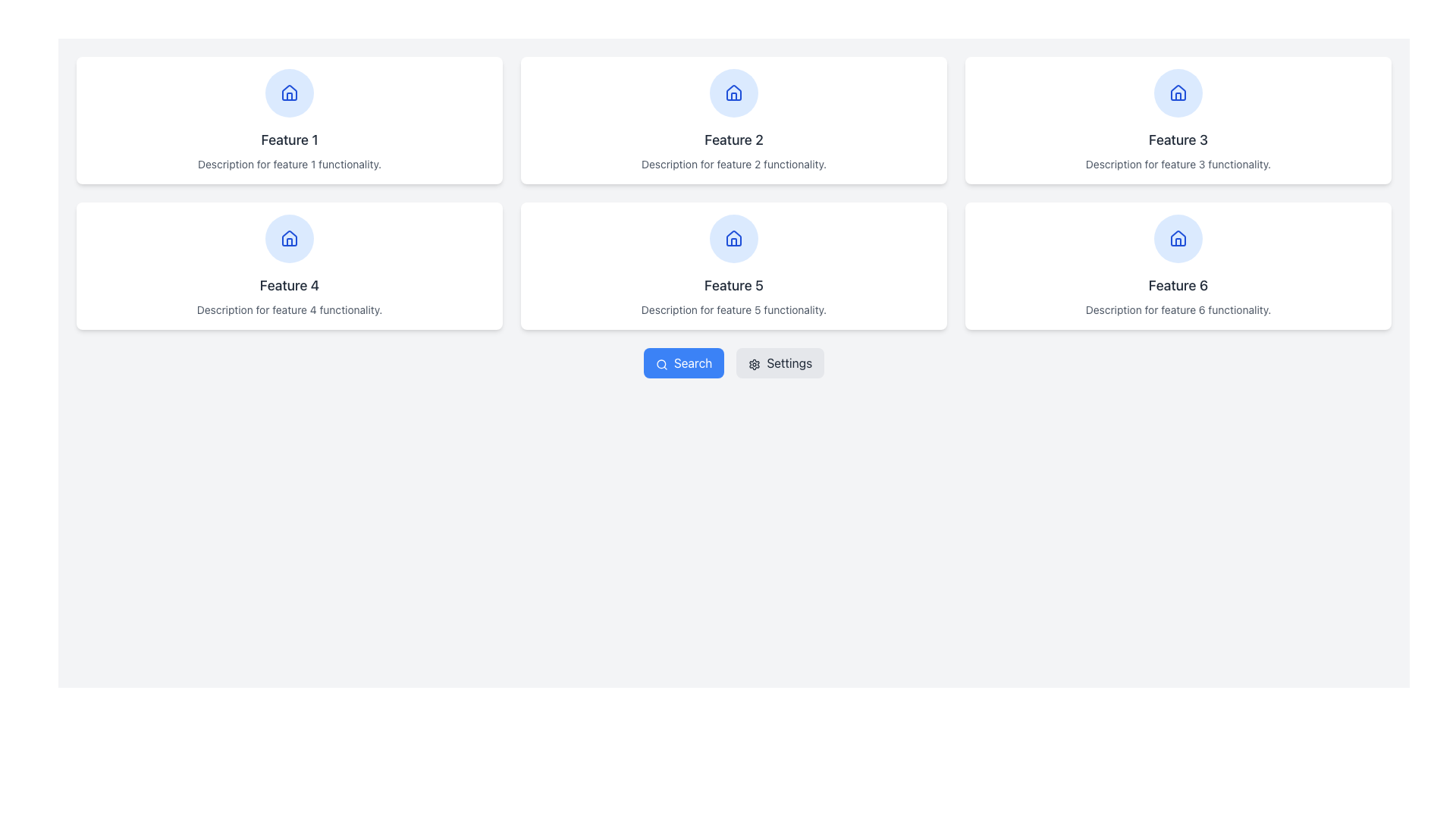  Describe the element at coordinates (734, 239) in the screenshot. I see `the Icon representing 'Feature 5' located in the upper section of the card labeled 'Feature 5'` at that location.